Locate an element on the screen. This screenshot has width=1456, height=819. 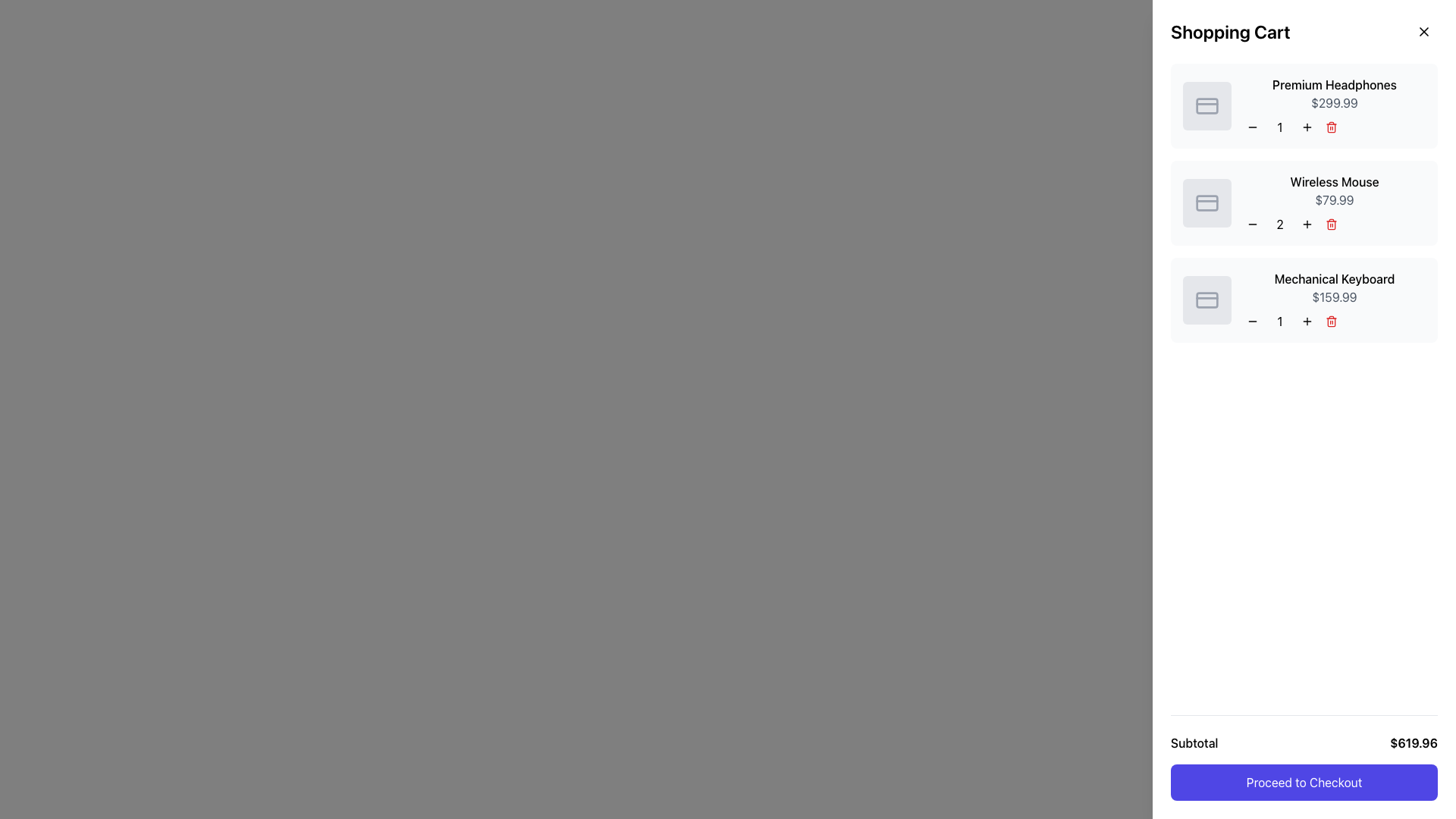
the deletion icon located to the right of the quantity controls for the 'Mechanical Keyboard' in the shopping cart is located at coordinates (1331, 321).